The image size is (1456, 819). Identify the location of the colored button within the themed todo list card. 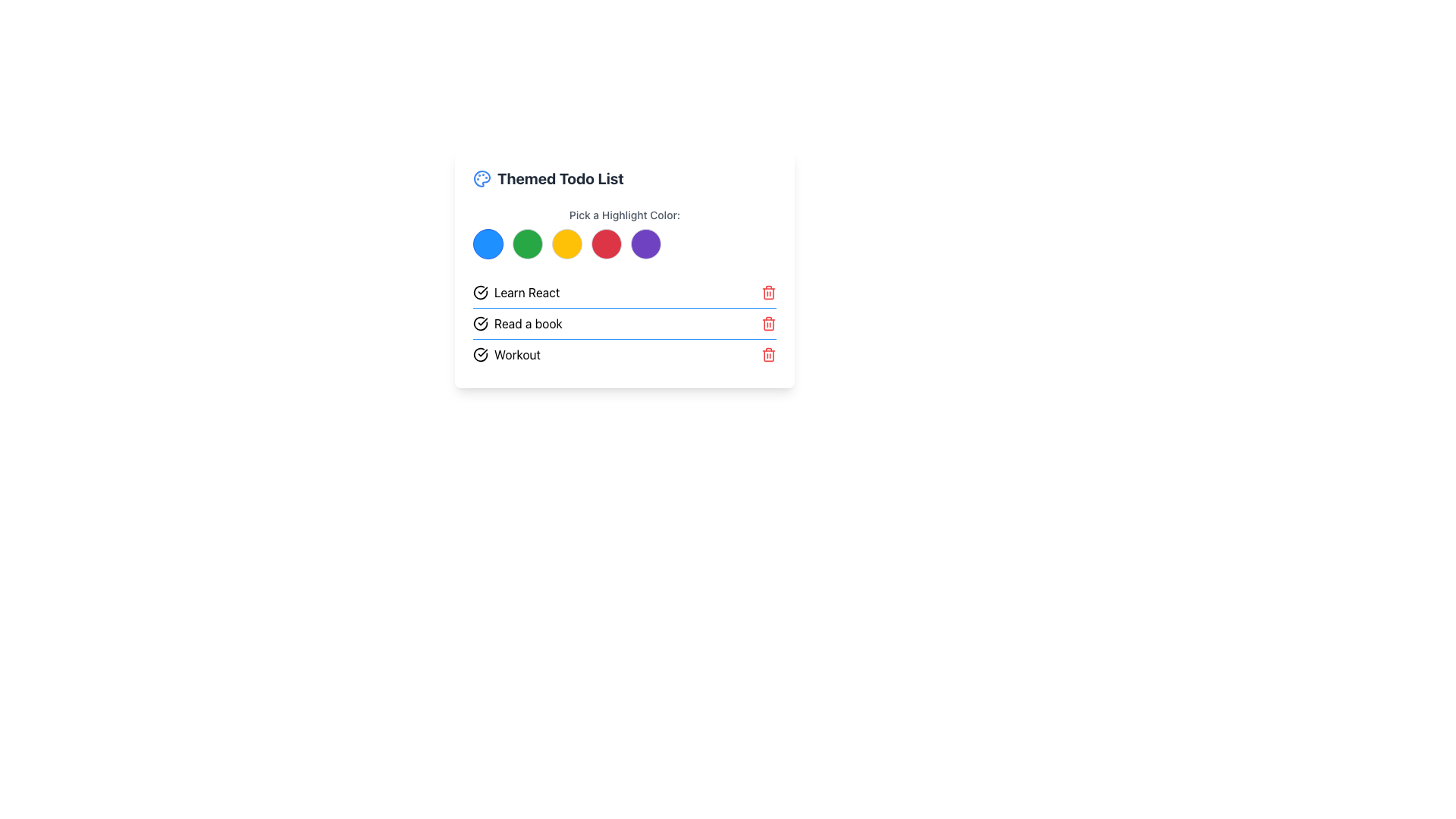
(625, 268).